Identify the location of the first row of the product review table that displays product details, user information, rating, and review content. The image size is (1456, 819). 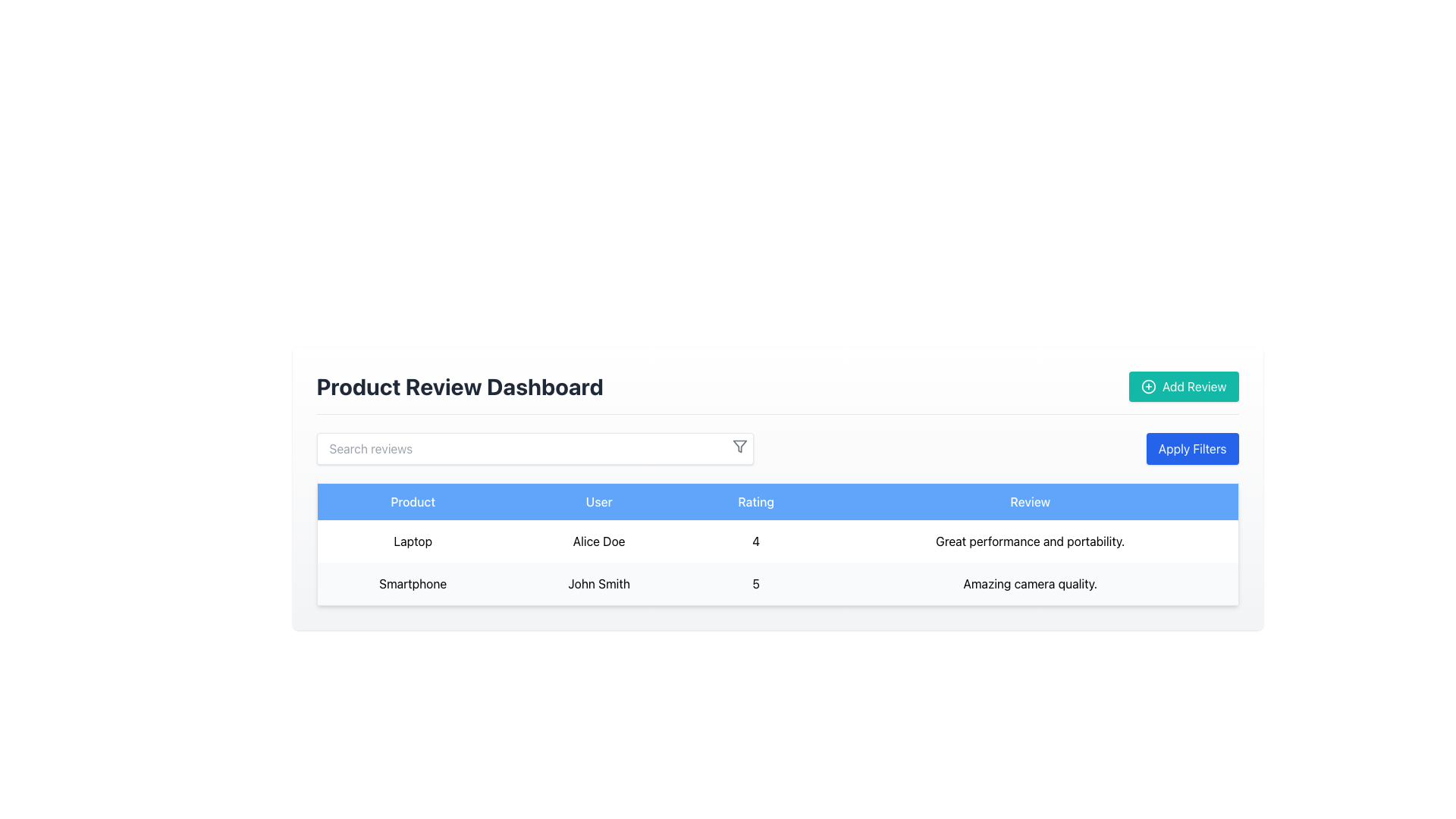
(777, 540).